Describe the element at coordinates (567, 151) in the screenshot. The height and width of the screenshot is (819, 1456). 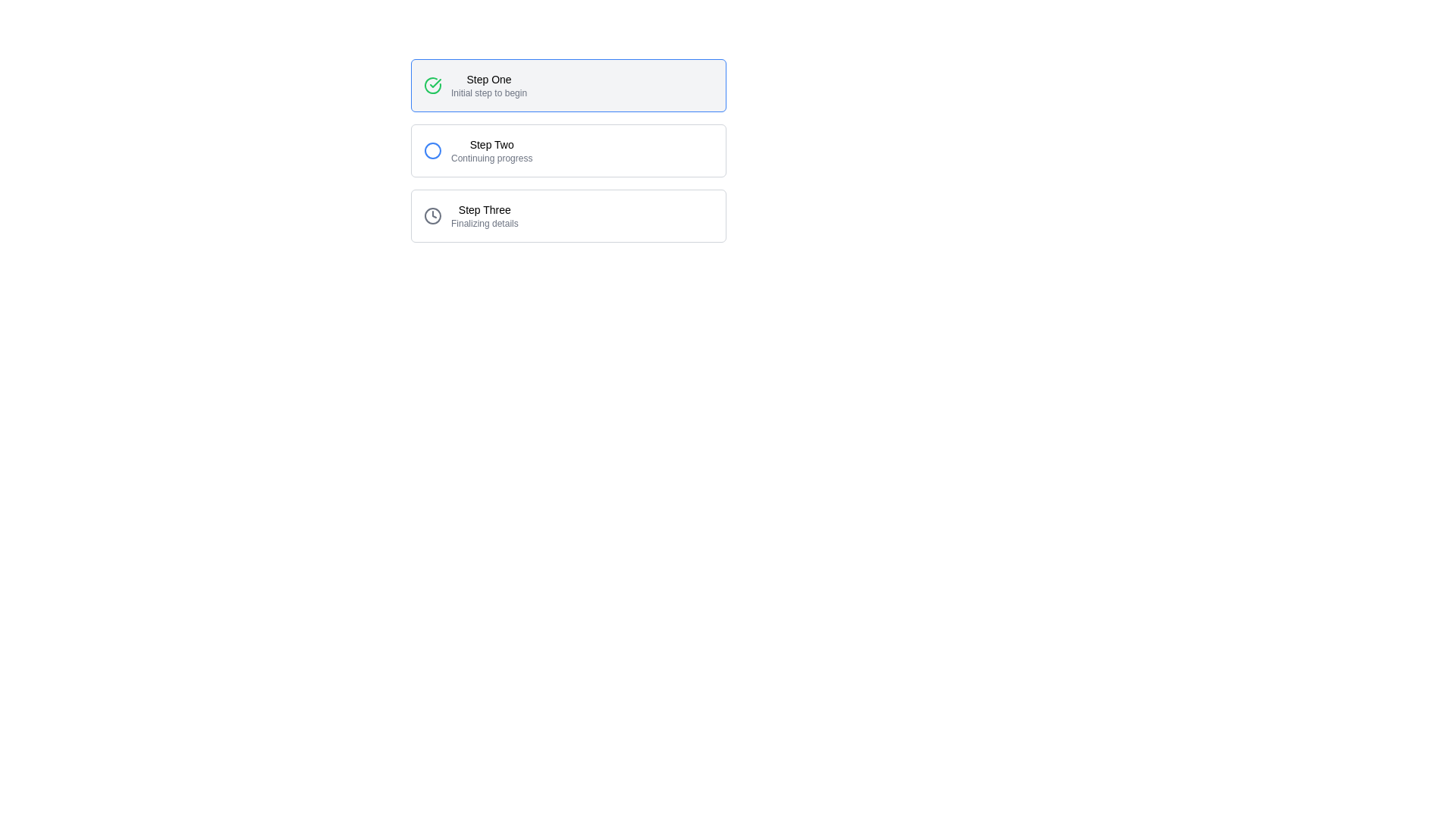
I see `the second step indicator in the sequence, which is positioned below 'Step One' and above 'Step Three'` at that location.